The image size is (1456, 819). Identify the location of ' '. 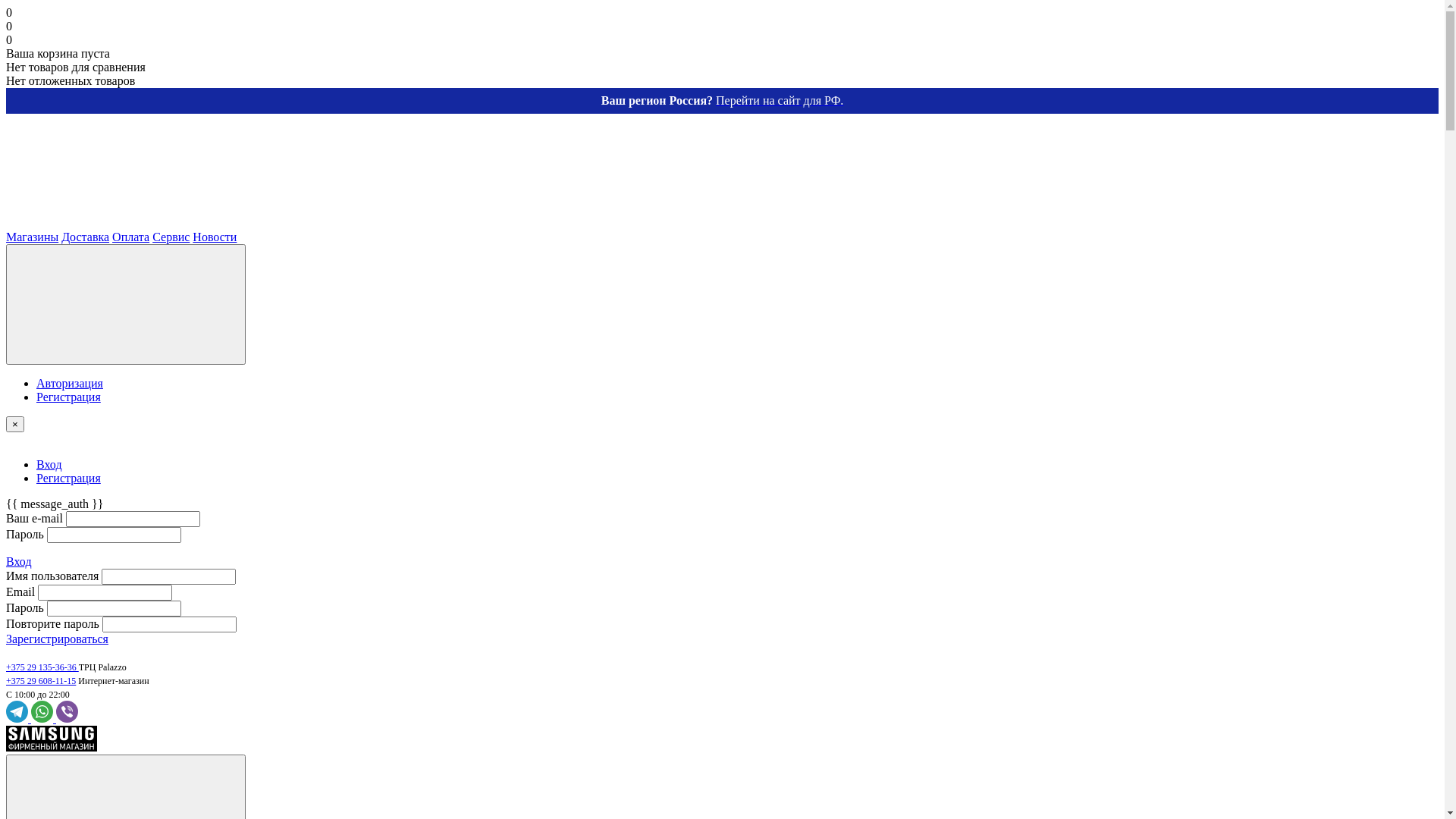
(119, 223).